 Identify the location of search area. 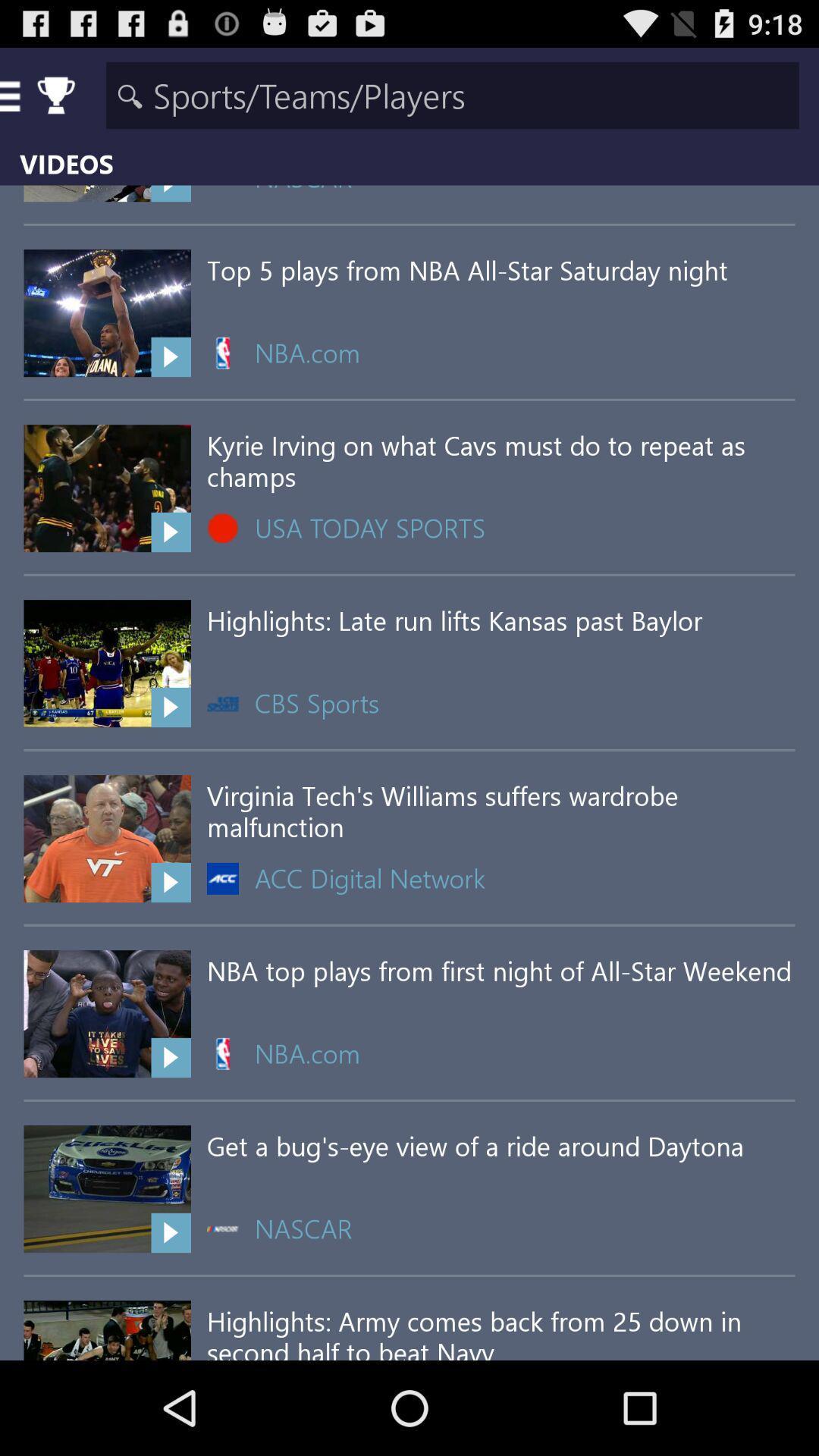
(452, 94).